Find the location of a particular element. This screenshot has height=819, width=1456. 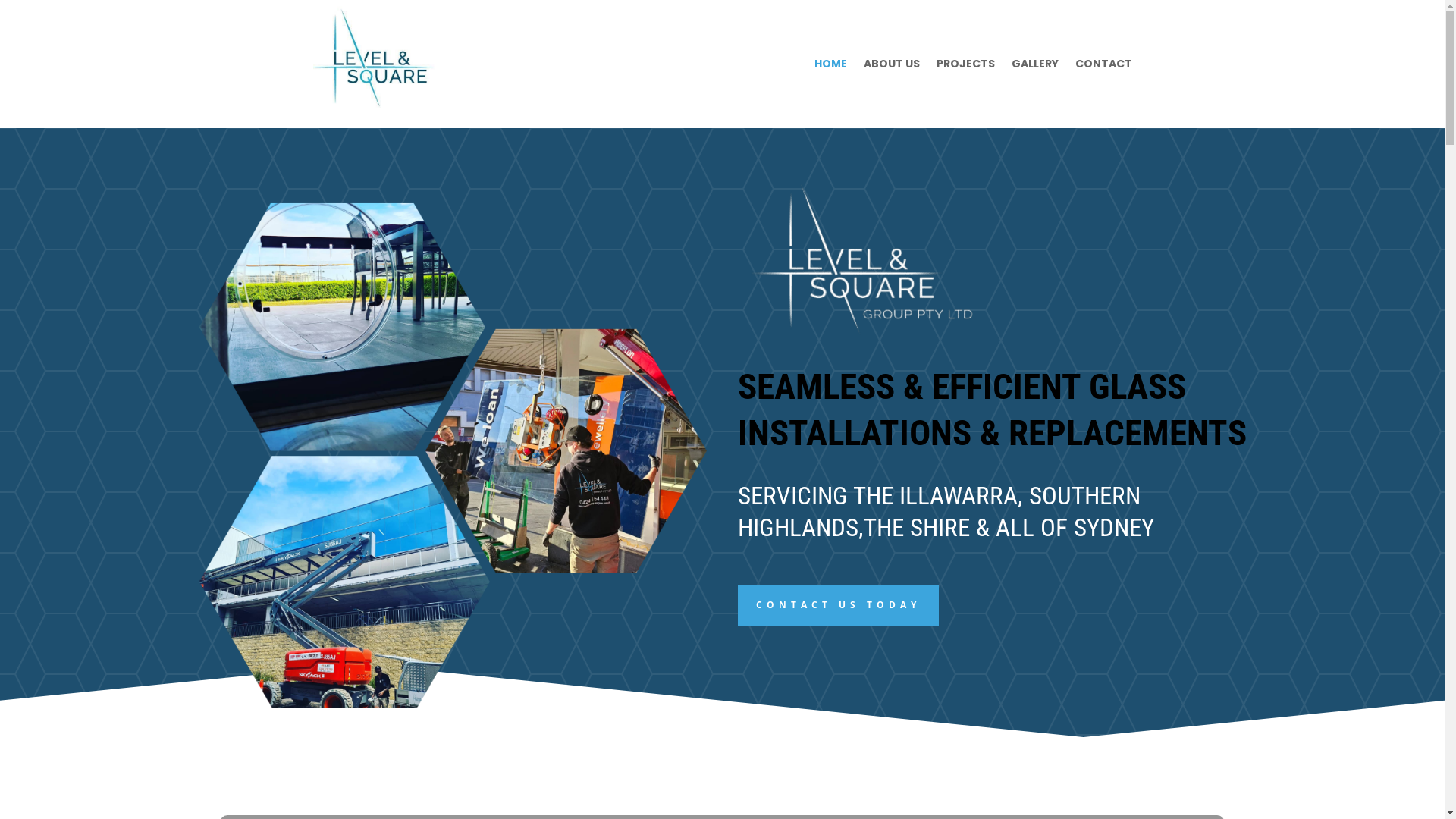

'PROJECTS' is located at coordinates (934, 63).